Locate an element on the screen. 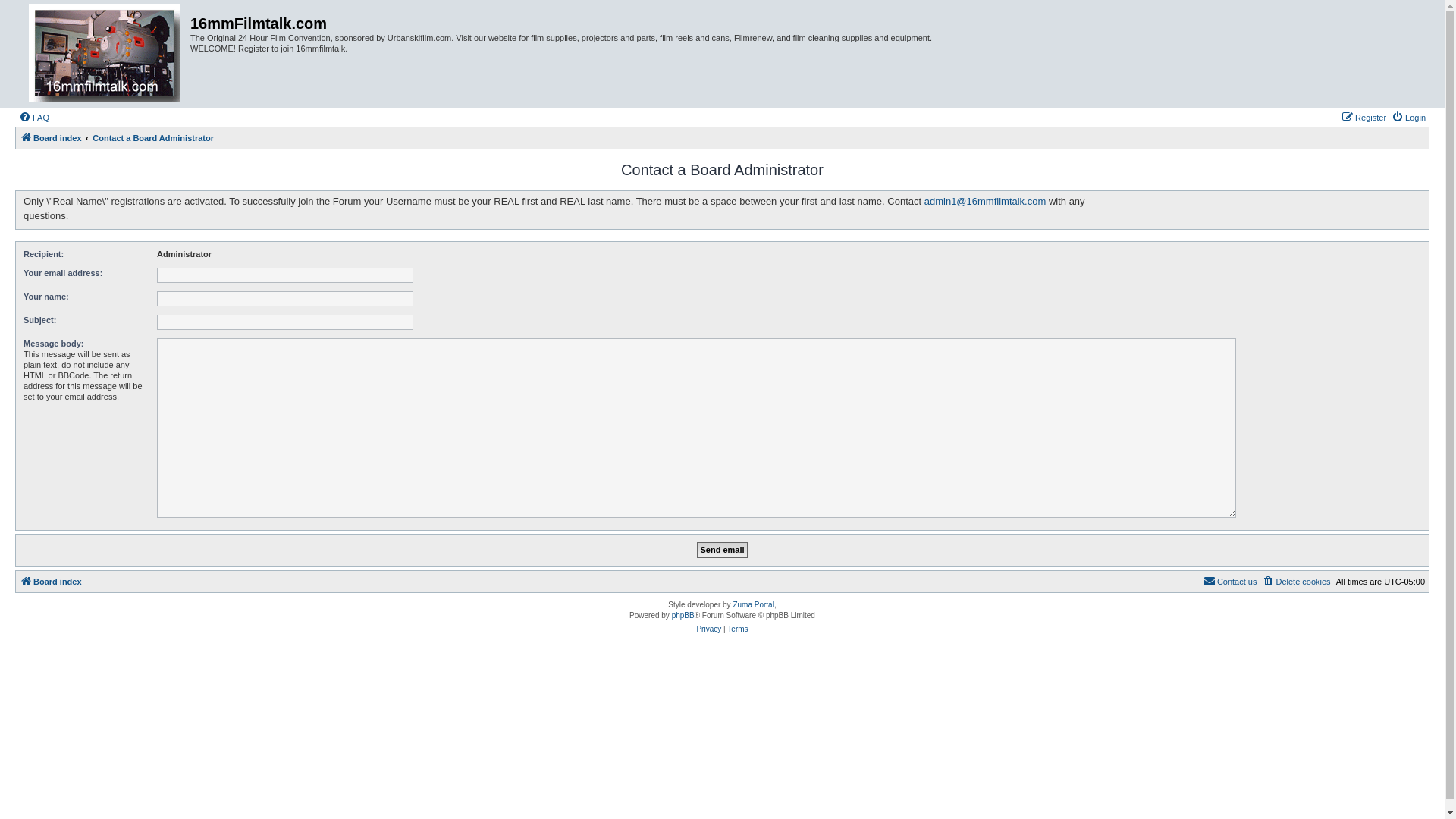 The height and width of the screenshot is (819, 1456). 'Board index' is located at coordinates (51, 137).